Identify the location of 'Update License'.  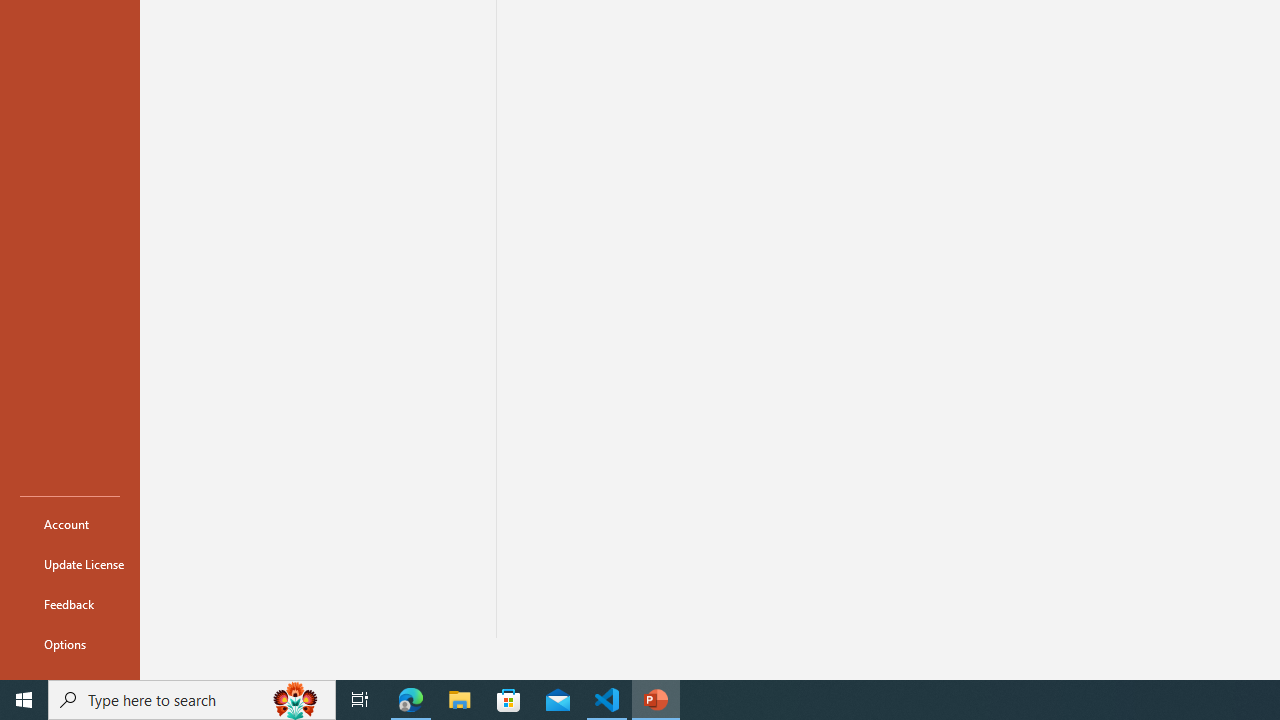
(69, 564).